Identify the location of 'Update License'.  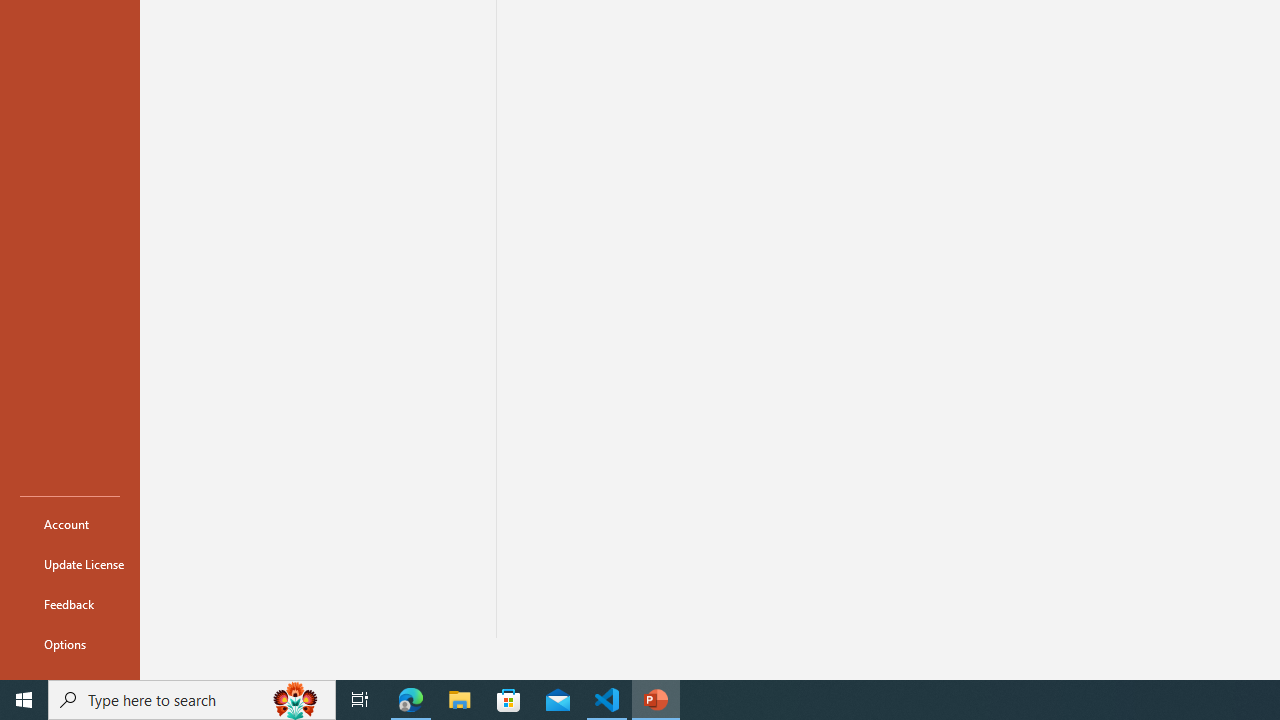
(69, 564).